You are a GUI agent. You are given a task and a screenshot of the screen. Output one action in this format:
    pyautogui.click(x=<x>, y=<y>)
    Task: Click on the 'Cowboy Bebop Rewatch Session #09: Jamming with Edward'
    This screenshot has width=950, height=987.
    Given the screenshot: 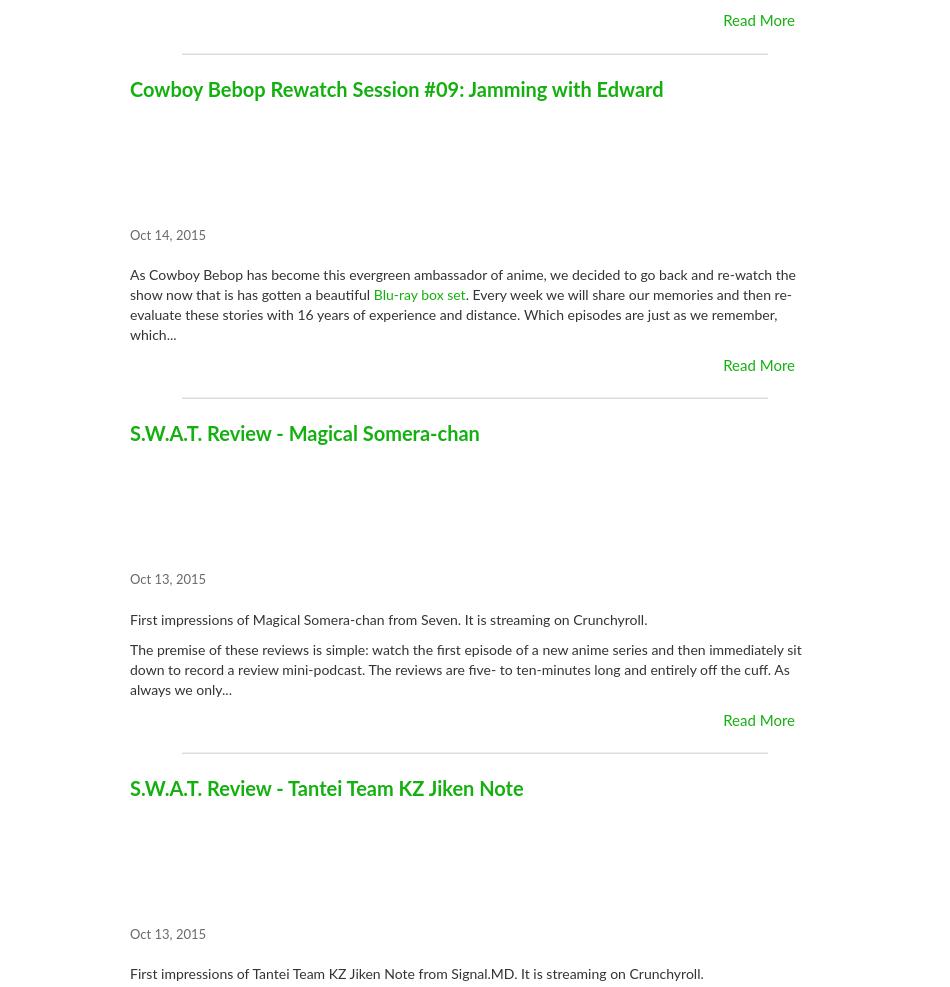 What is the action you would take?
    pyautogui.click(x=395, y=90)
    